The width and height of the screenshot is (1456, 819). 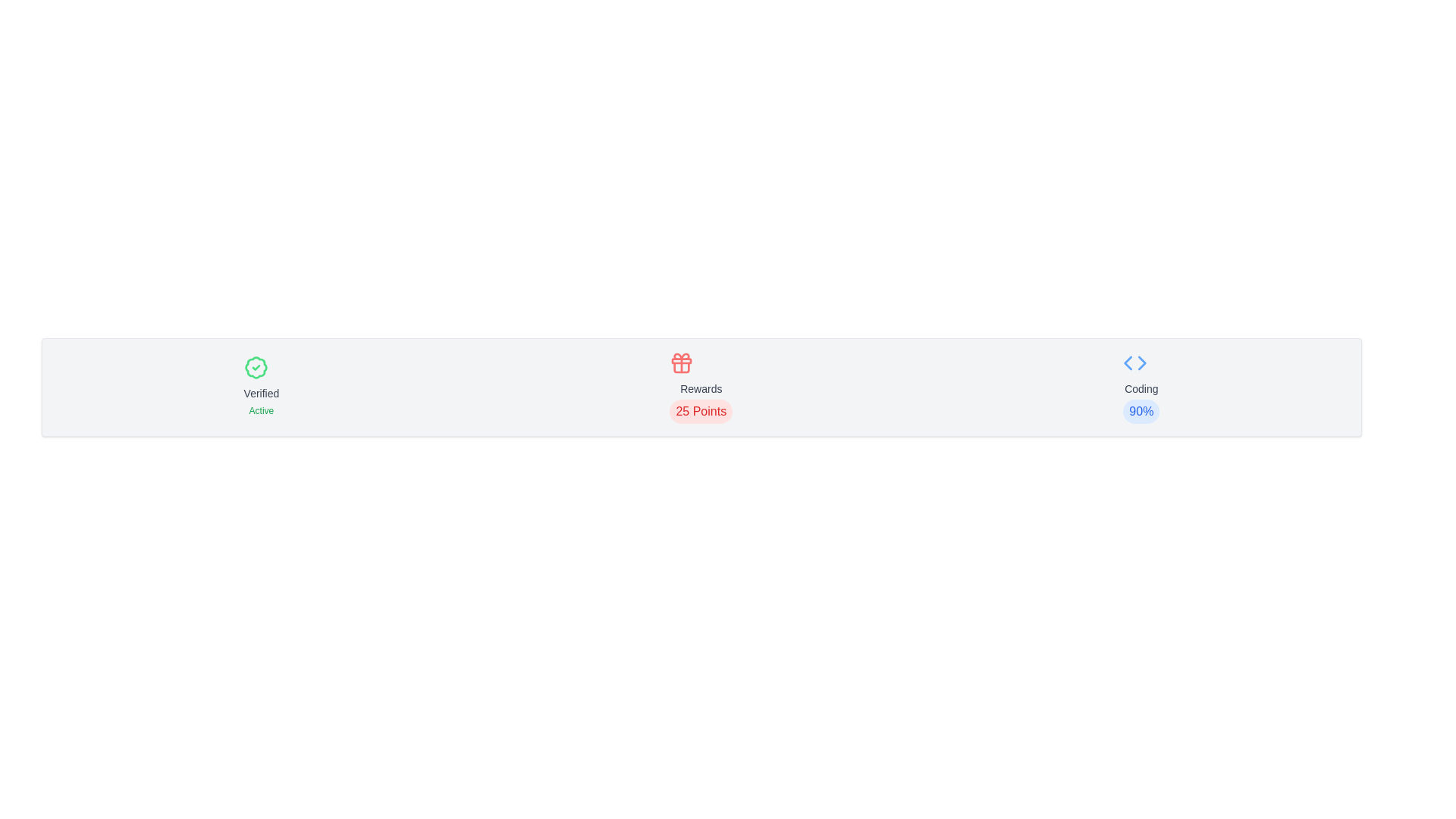 What do you see at coordinates (1141, 412) in the screenshot?
I see `status indicator text label displaying the completion or performance percentage related to 'Coding', located in the lower-central region of the rightmost panel segment` at bounding box center [1141, 412].